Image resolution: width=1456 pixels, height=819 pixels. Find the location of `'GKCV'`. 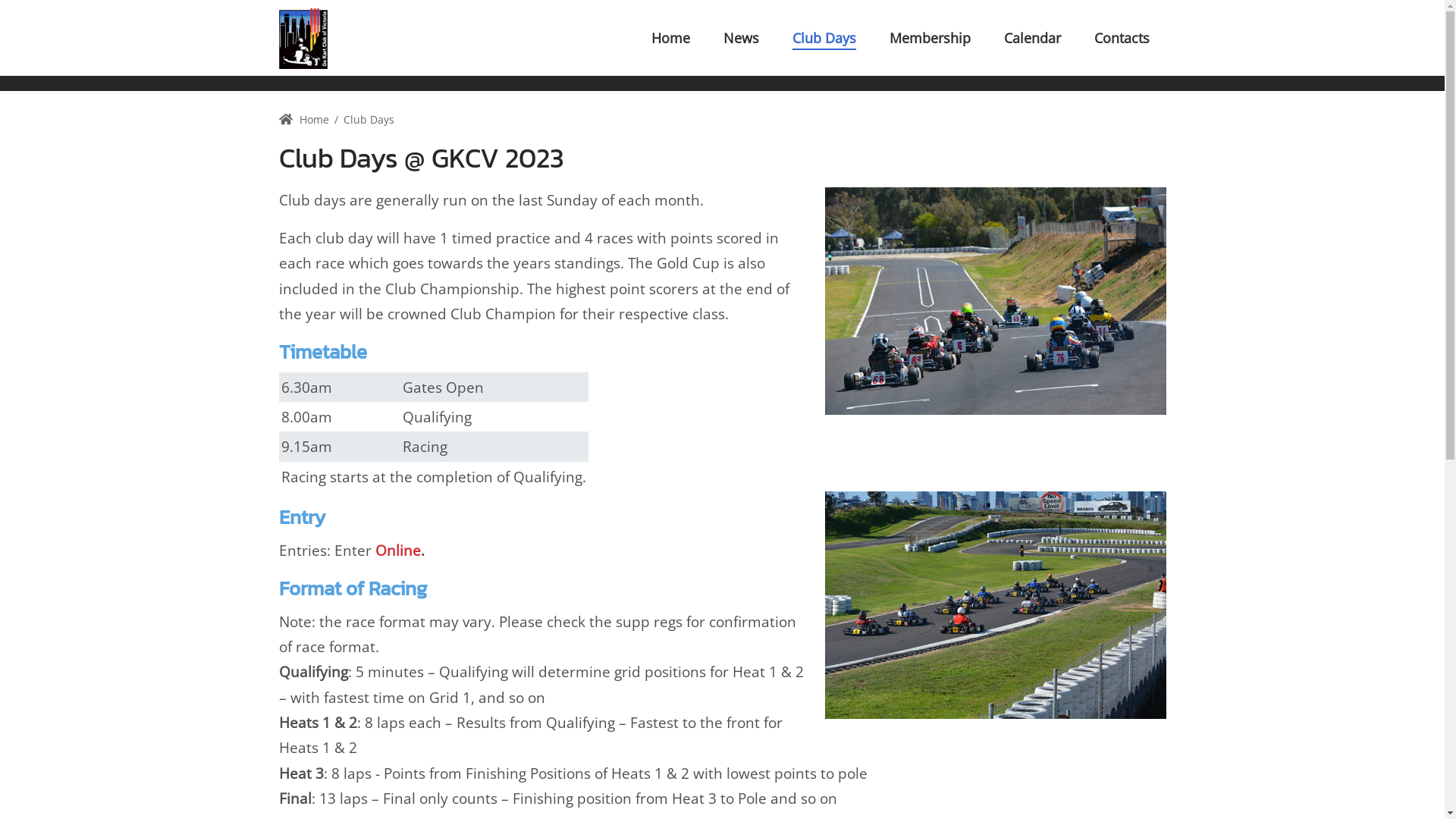

'GKCV' is located at coordinates (303, 37).